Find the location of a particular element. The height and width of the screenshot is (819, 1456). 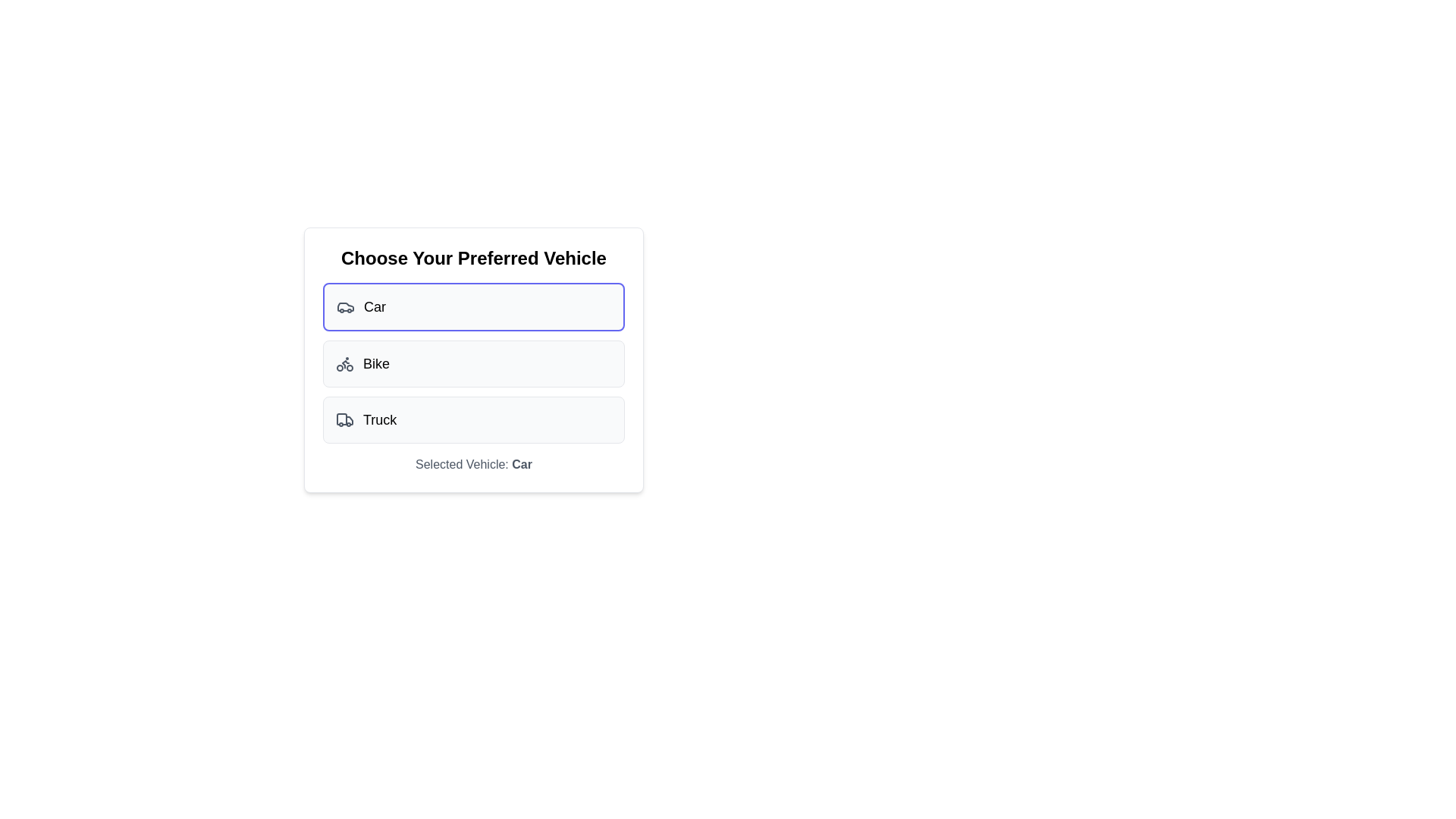

the text component displaying 'Choose Your Preferred Vehicle', which is bold, large, and centered at the top of the selection card is located at coordinates (472, 257).